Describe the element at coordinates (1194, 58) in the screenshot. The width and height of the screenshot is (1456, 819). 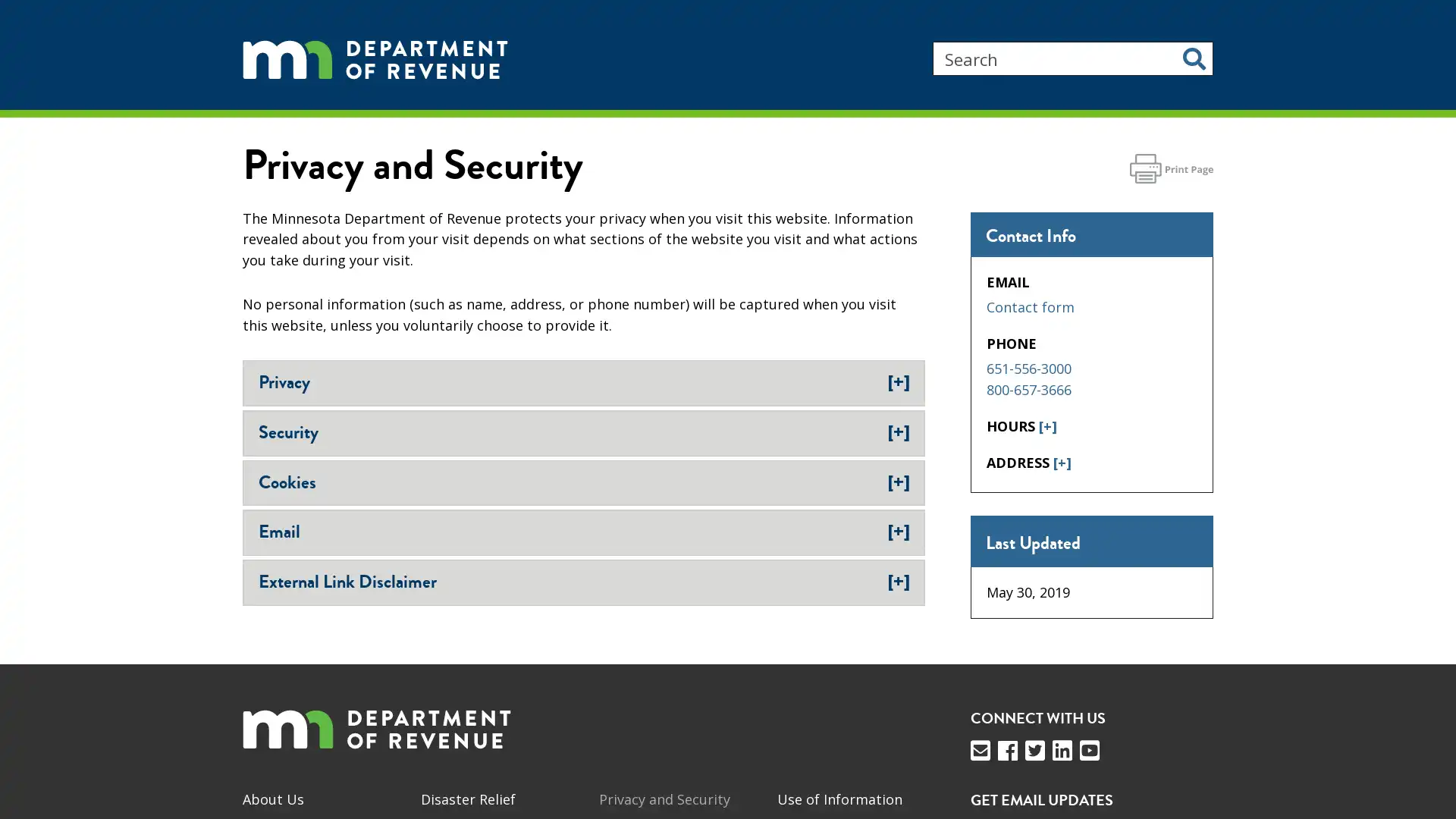
I see `Search` at that location.